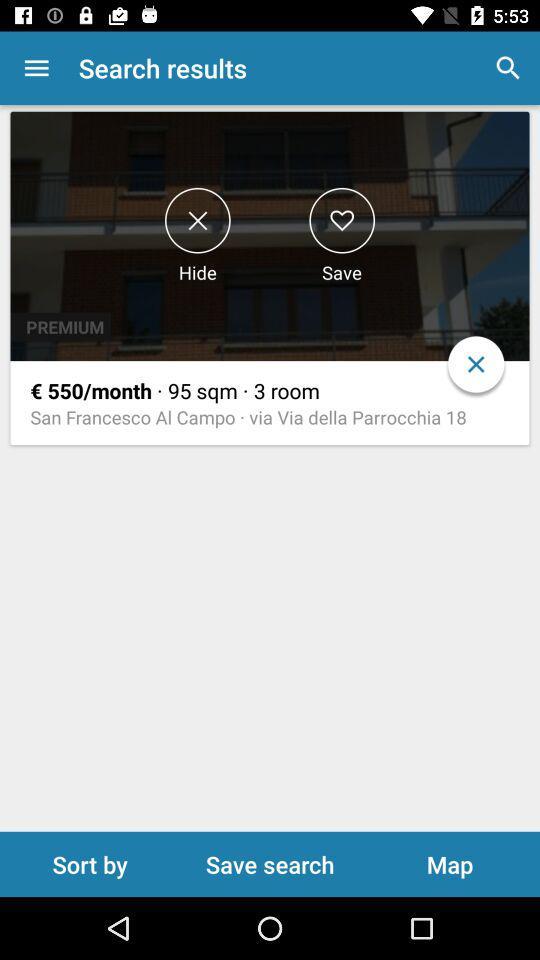  What do you see at coordinates (341, 220) in the screenshot?
I see `search results` at bounding box center [341, 220].